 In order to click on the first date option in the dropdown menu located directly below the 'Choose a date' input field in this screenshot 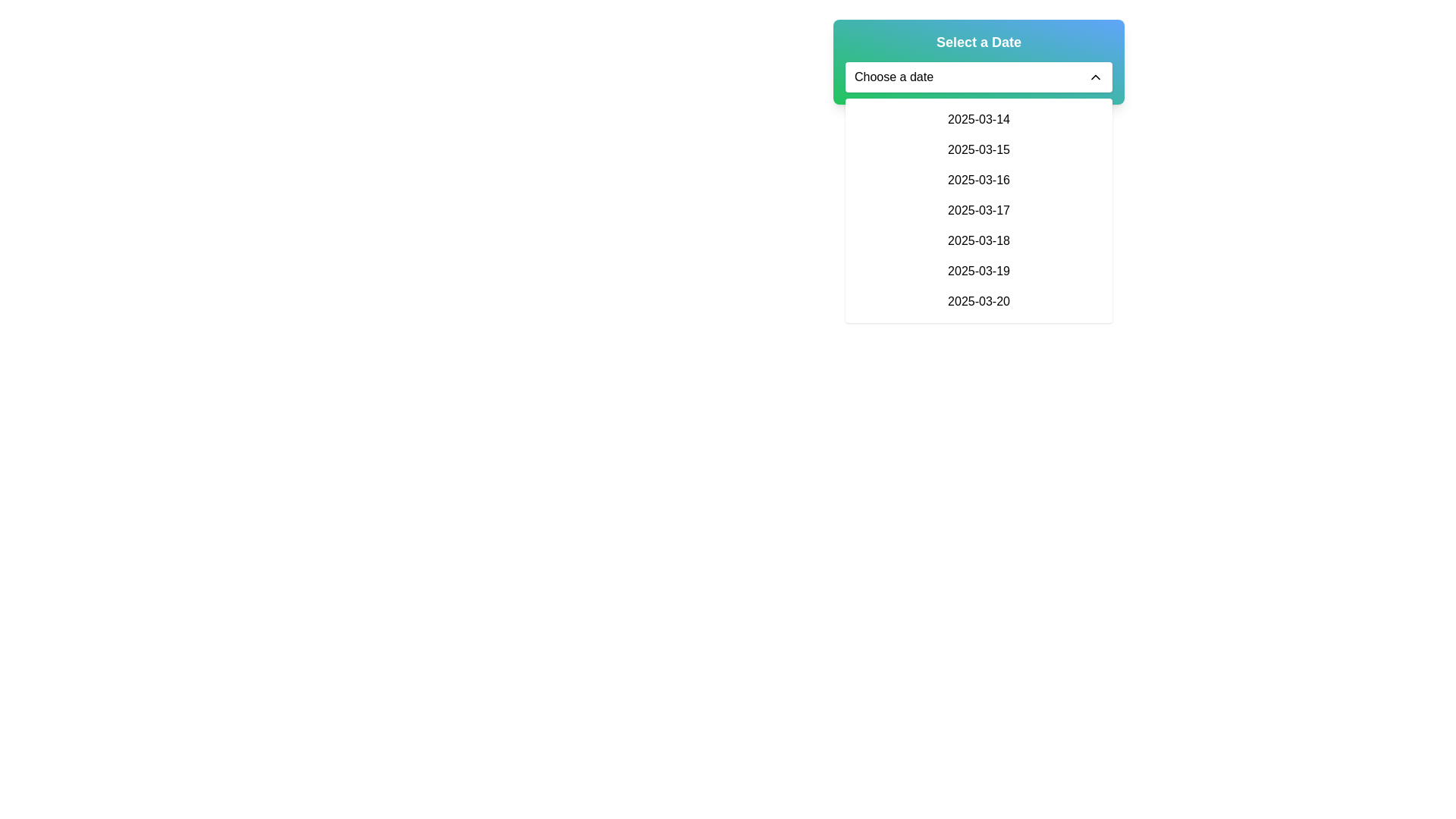, I will do `click(979, 119)`.